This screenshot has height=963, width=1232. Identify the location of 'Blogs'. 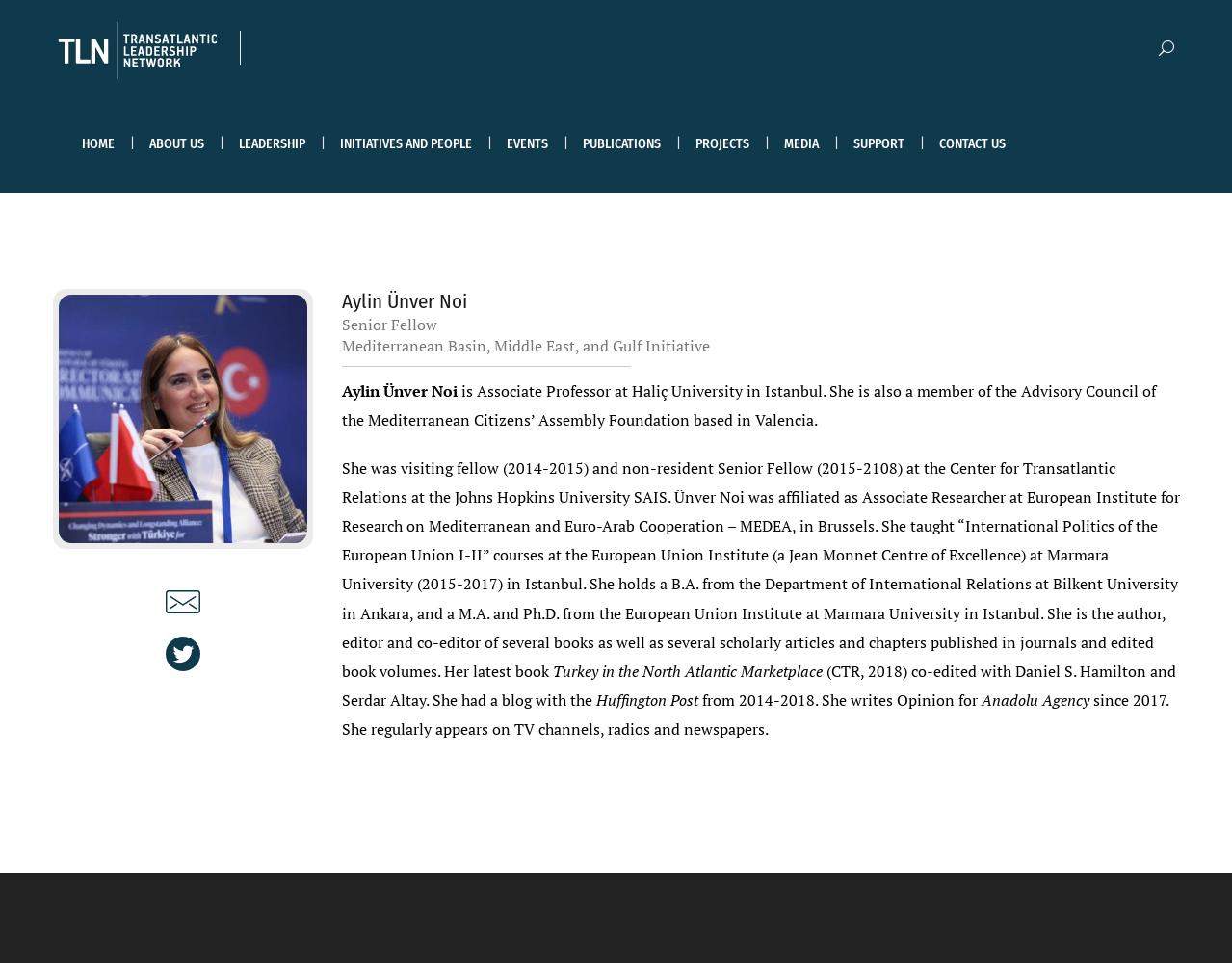
(595, 275).